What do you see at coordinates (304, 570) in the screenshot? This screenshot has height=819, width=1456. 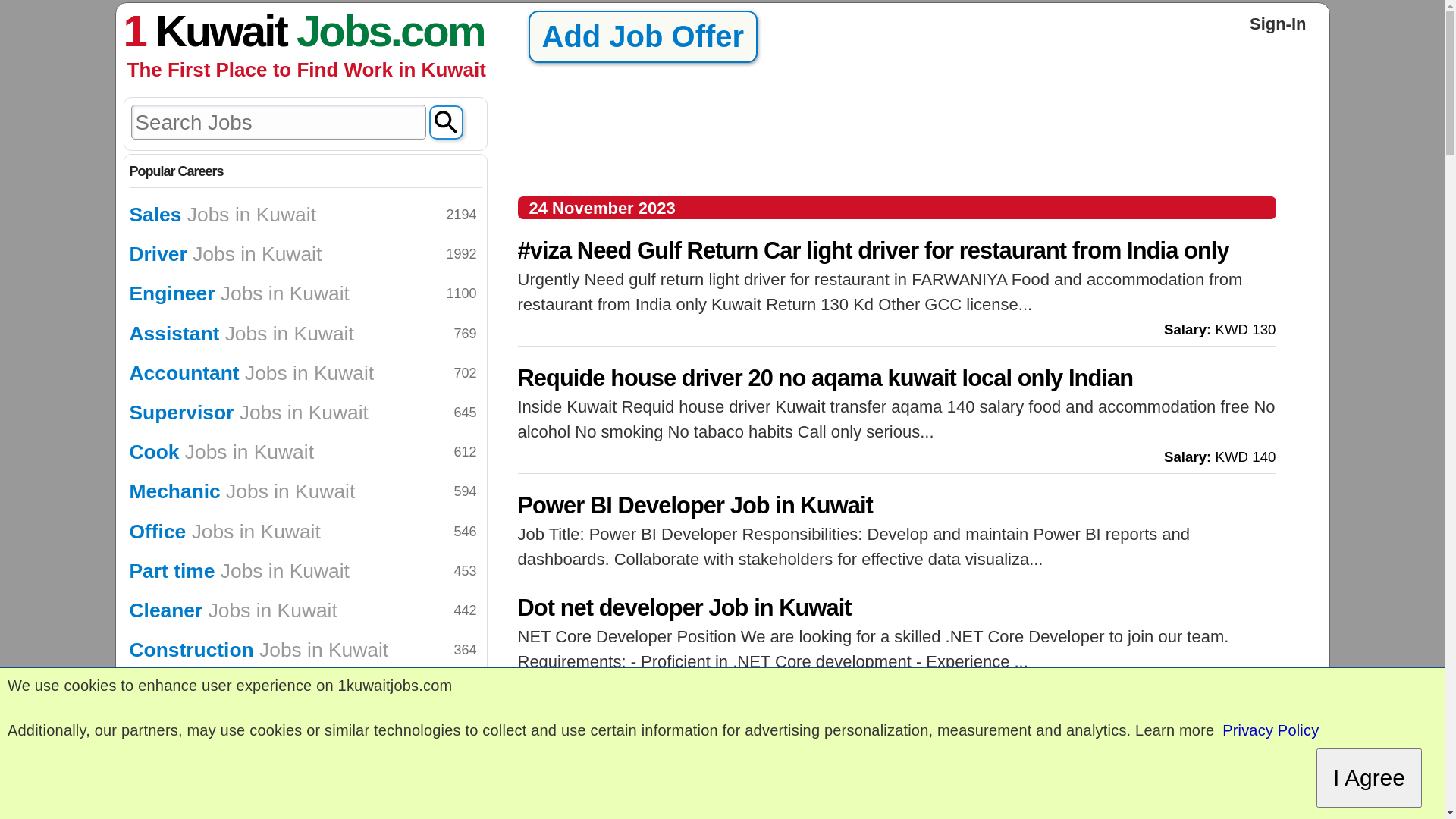 I see `'Part time Jobs in Kuwait` at bounding box center [304, 570].